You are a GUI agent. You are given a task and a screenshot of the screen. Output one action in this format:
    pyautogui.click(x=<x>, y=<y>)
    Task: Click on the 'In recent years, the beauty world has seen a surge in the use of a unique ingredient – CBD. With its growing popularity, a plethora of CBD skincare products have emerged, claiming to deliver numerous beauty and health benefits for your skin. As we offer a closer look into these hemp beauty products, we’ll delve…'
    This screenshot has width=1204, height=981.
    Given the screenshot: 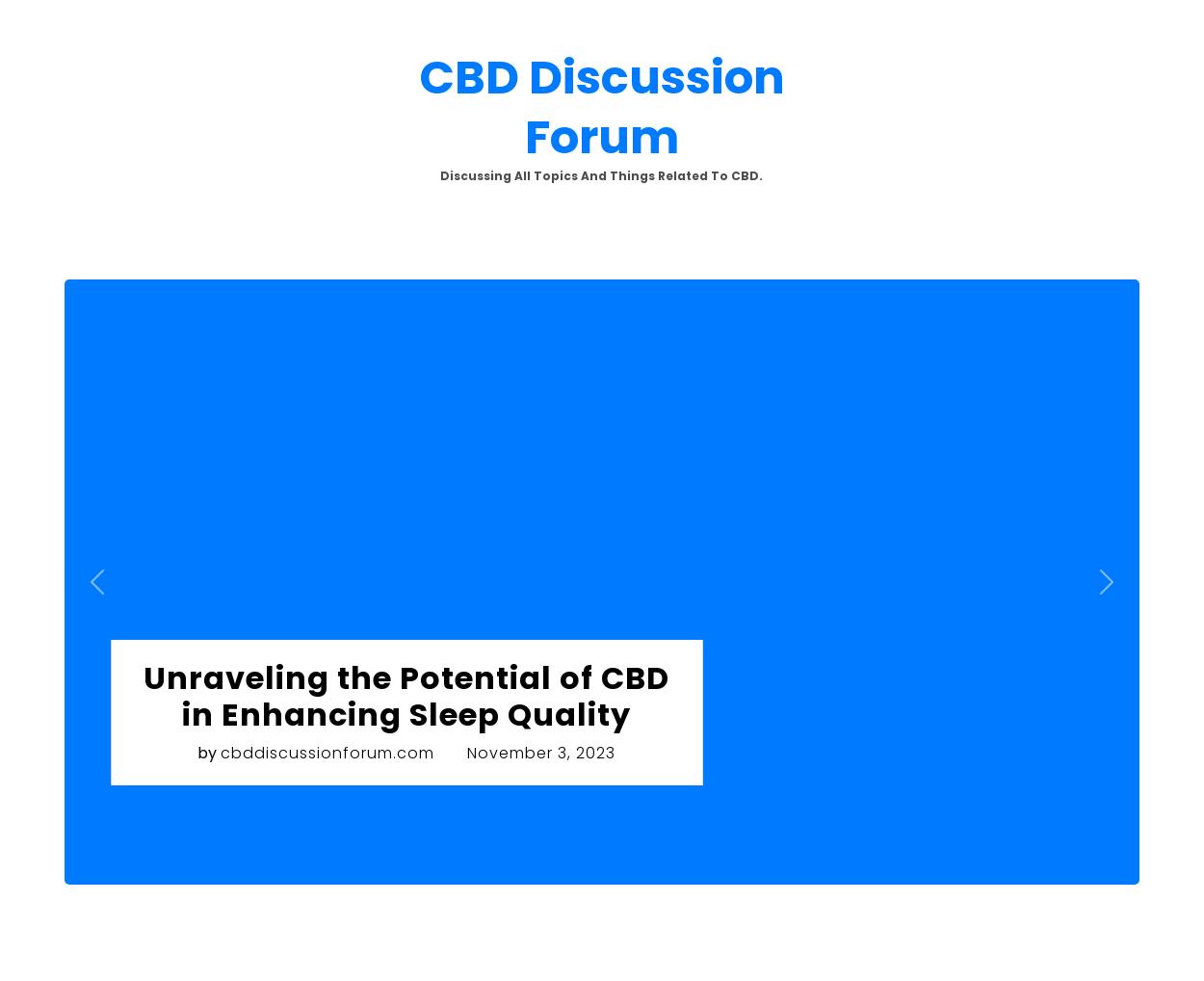 What is the action you would take?
    pyautogui.click(x=189, y=555)
    